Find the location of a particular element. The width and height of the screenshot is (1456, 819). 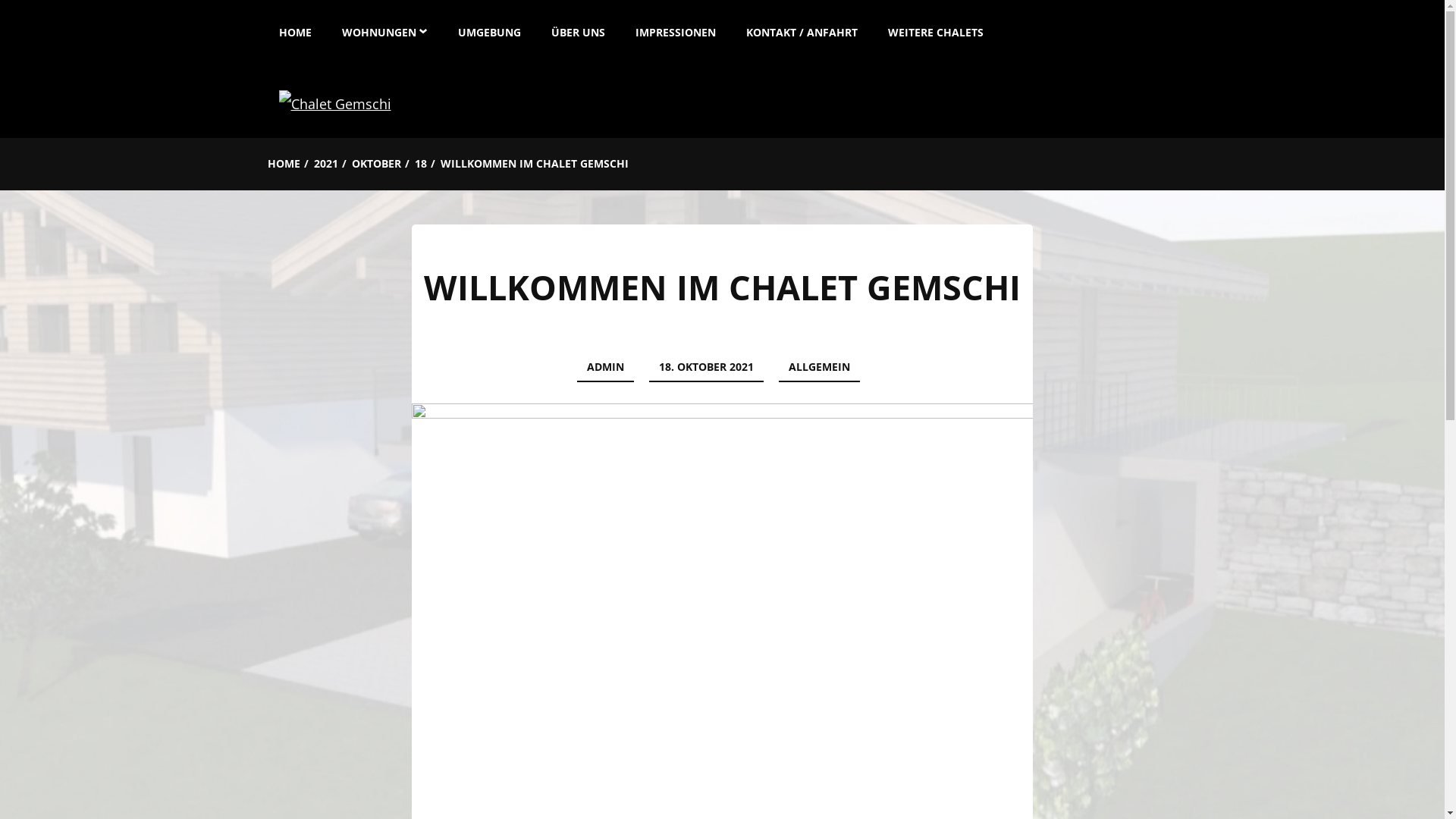

'HOME' is located at coordinates (266, 164).